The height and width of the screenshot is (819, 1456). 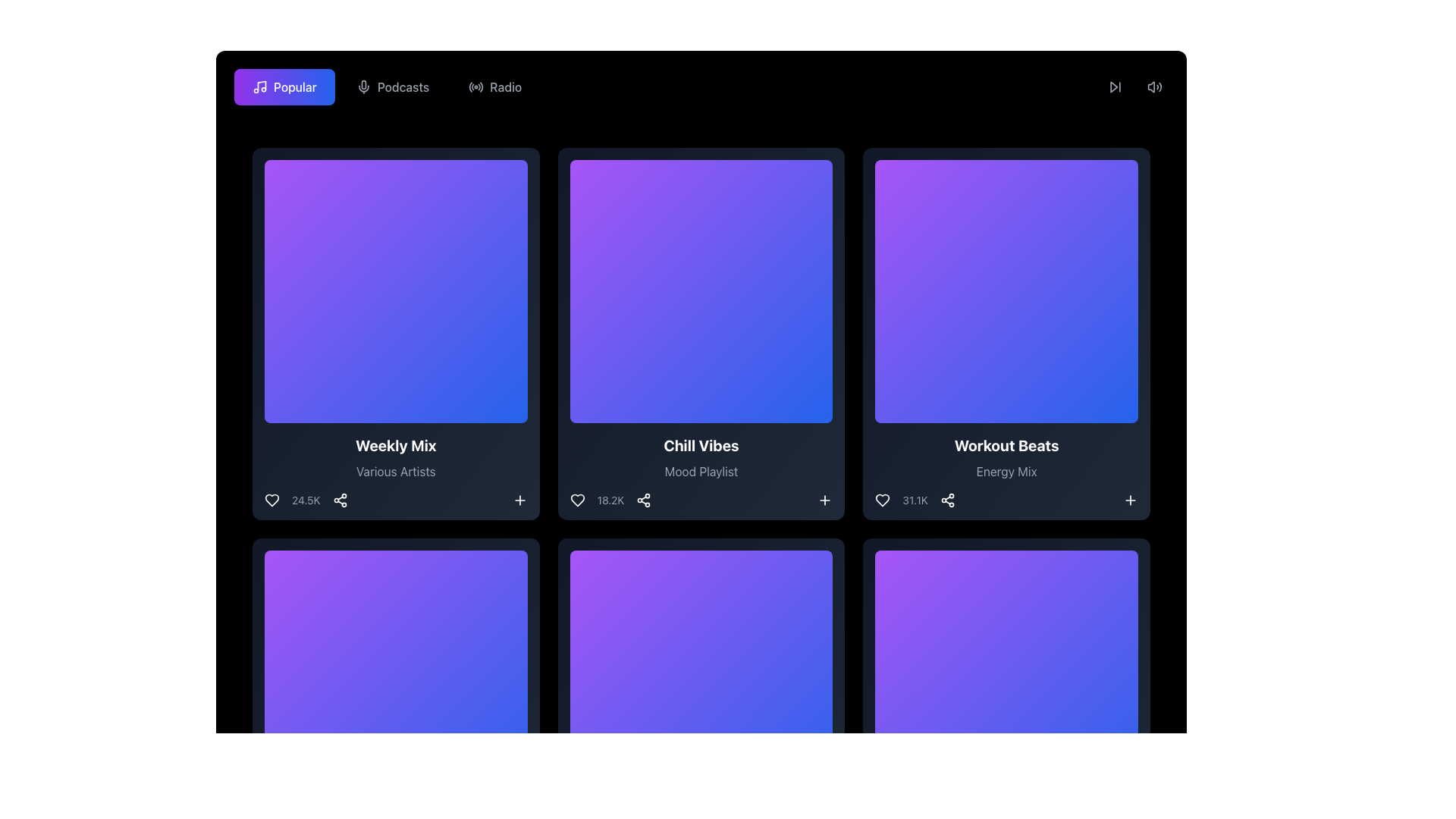 I want to click on title and subtitle of the 'Workout Beats' playlist card, which is located at the bottom-center of the card in the grid layout, so click(x=1006, y=470).